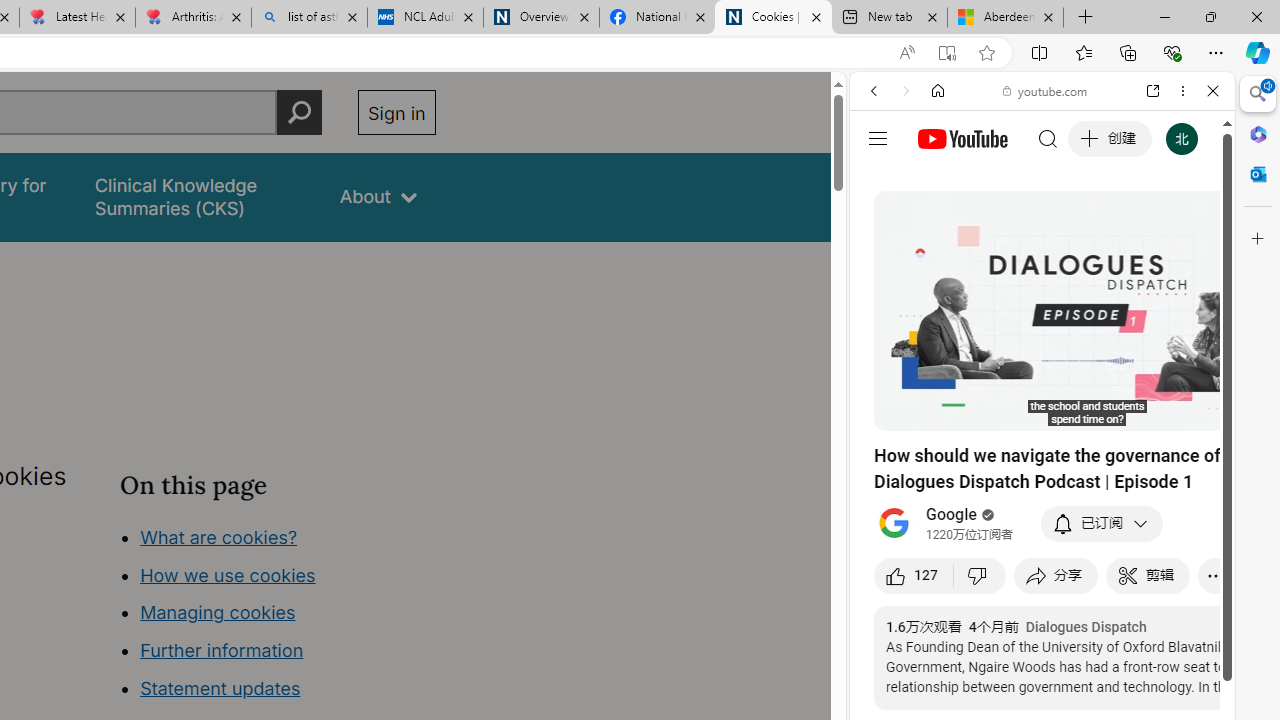 Image resolution: width=1280 pixels, height=720 pixels. I want to click on 'SEARCH TOOLS', so click(1092, 227).